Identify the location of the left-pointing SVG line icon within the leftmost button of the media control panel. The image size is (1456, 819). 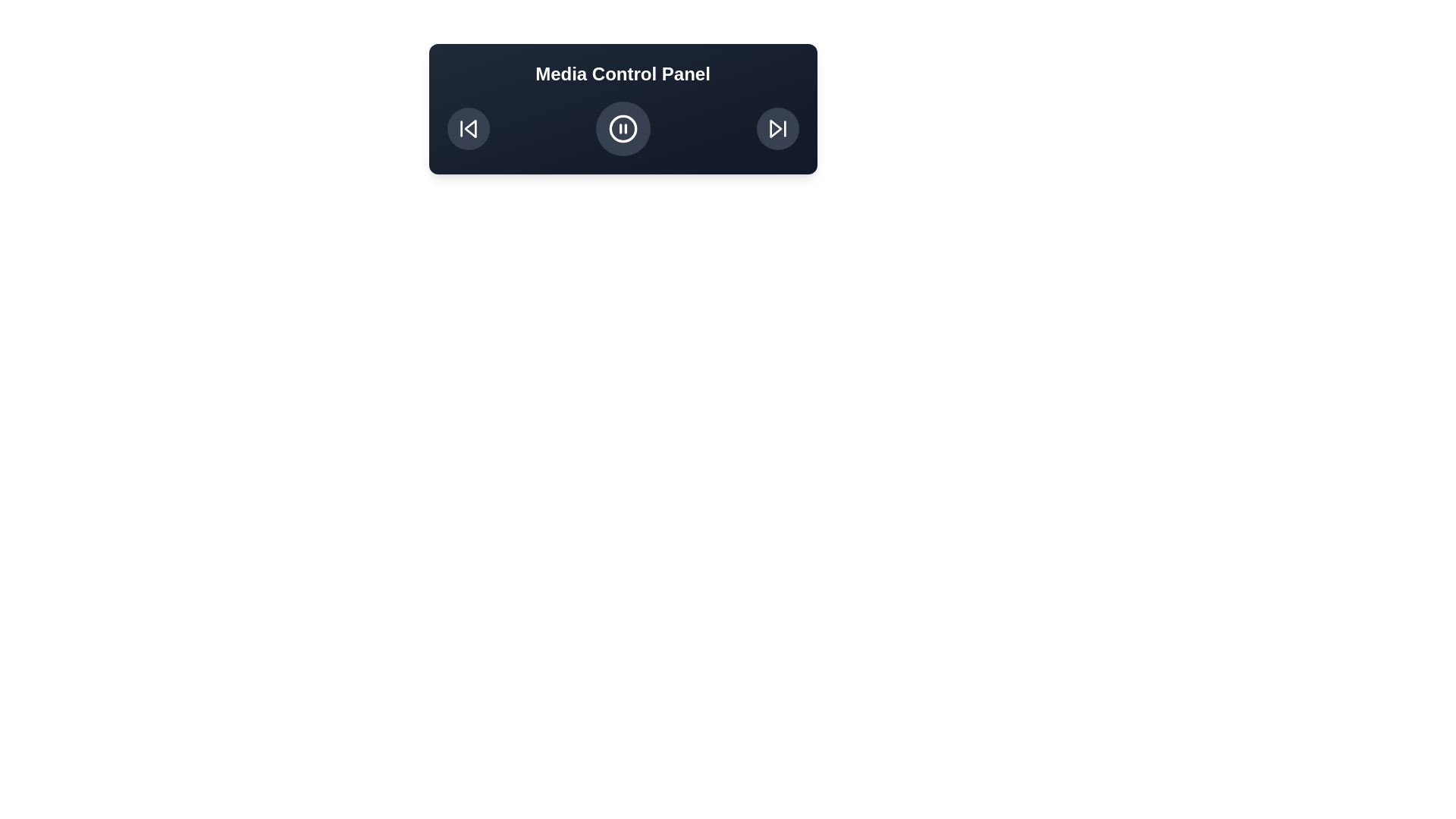
(469, 127).